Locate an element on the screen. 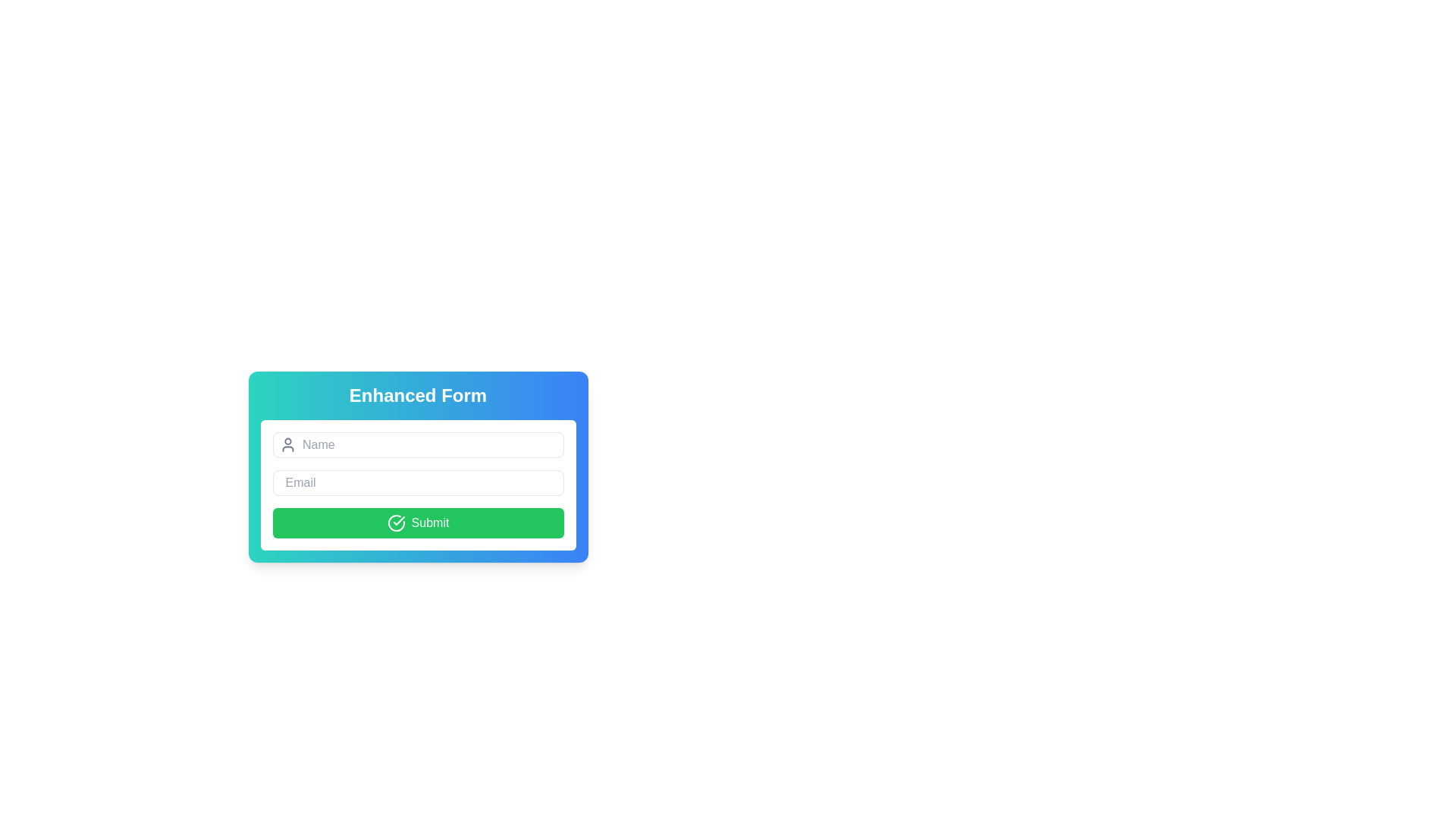  to select the text in the email input field located below the 'Name' field and above the 'Submit' button is located at coordinates (418, 482).